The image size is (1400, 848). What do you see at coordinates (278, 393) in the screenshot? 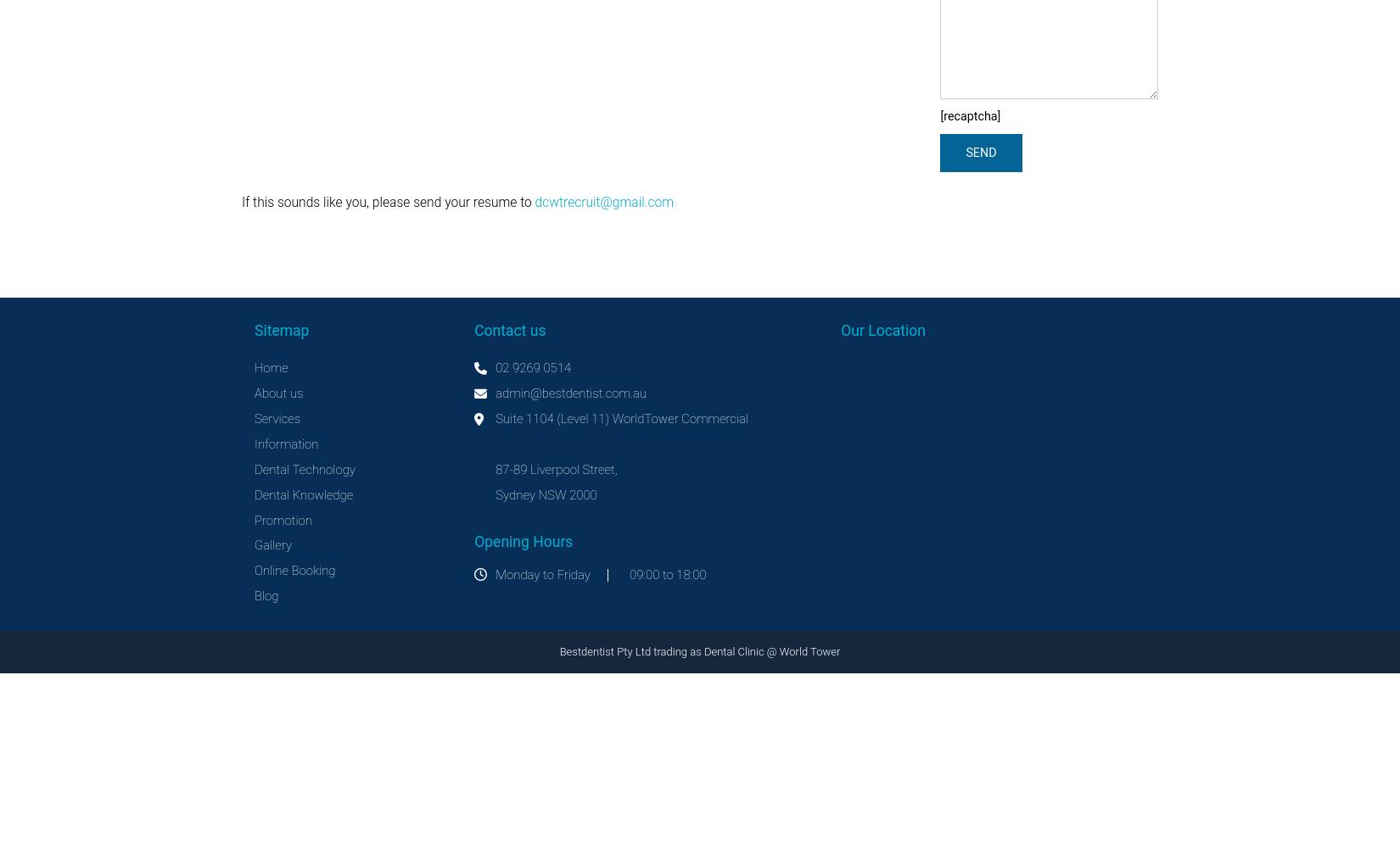
I see `'About us'` at bounding box center [278, 393].